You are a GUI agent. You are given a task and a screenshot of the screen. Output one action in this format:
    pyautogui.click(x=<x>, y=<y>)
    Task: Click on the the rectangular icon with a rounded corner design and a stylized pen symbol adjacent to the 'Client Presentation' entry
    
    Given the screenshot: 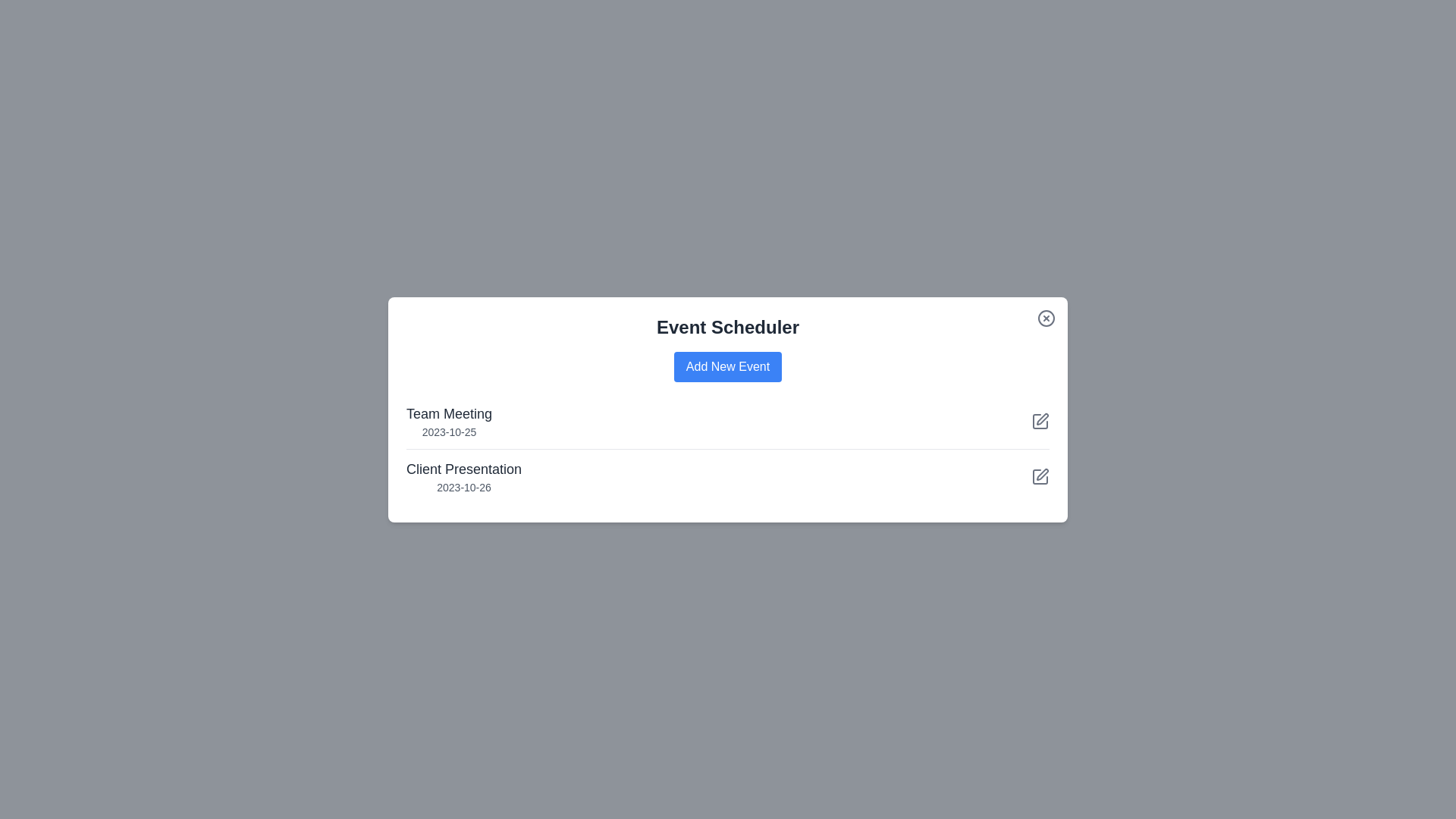 What is the action you would take?
    pyautogui.click(x=1040, y=475)
    